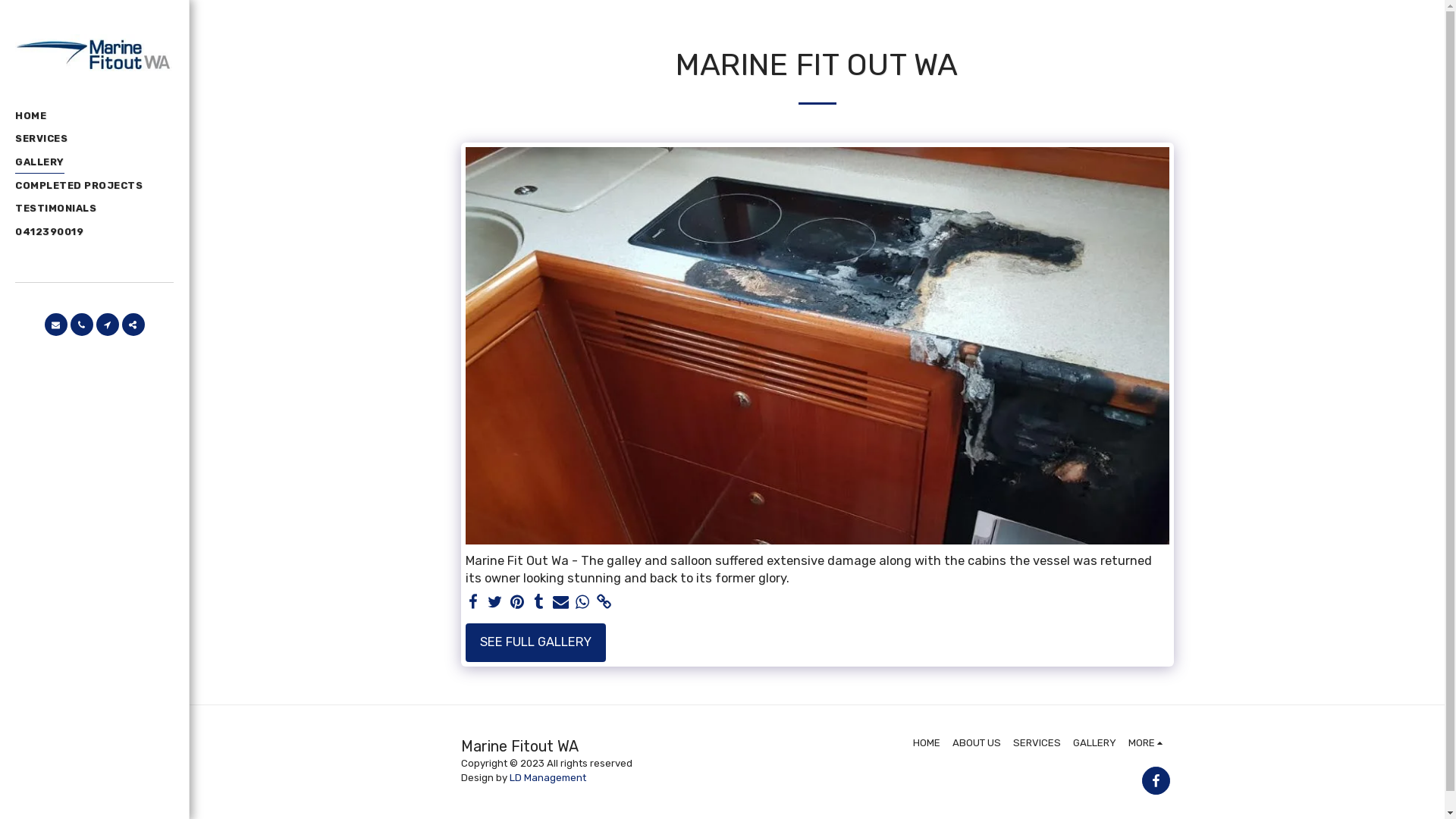  I want to click on 'GALLERY', so click(14, 163).